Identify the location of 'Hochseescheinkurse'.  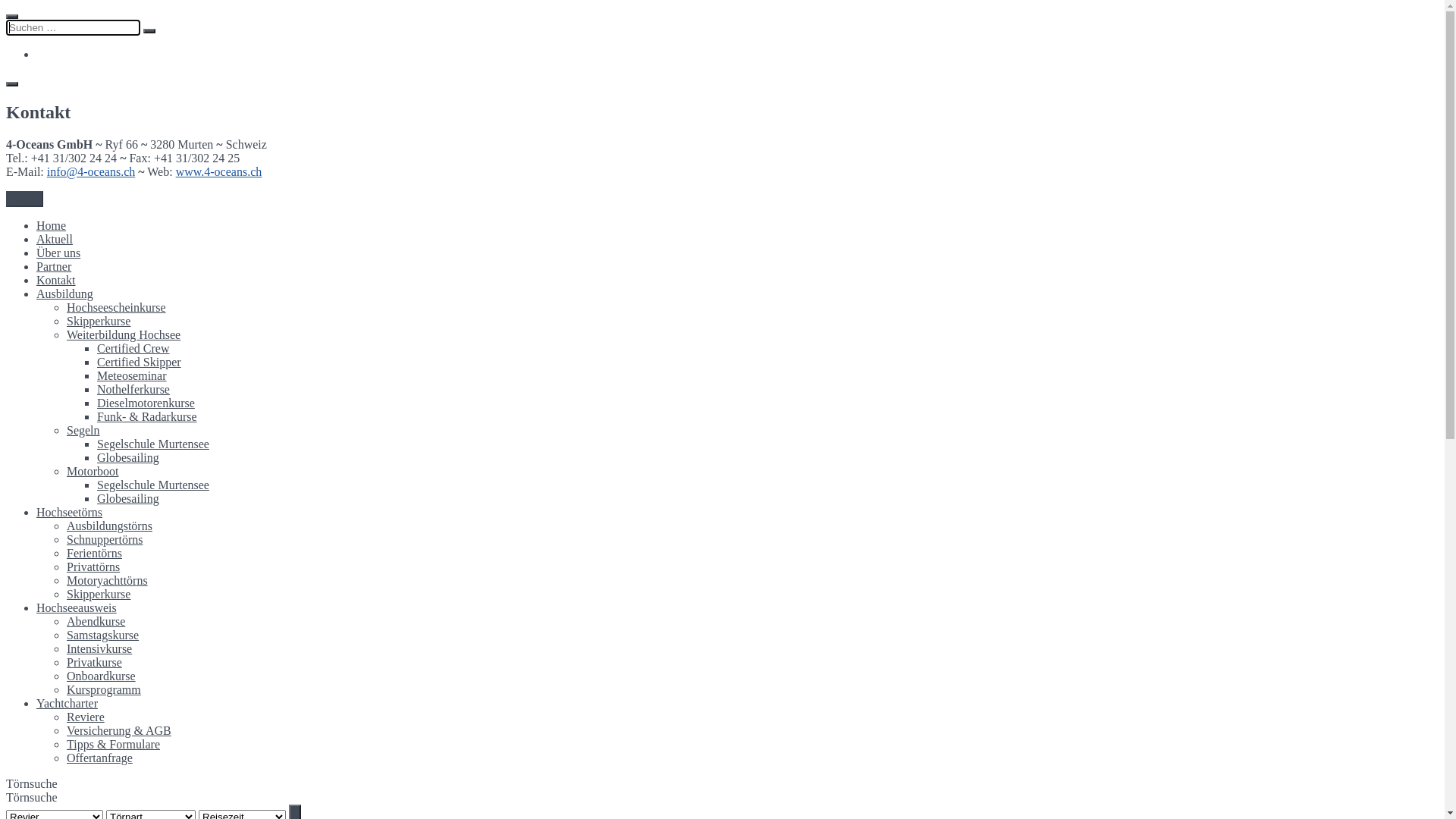
(115, 307).